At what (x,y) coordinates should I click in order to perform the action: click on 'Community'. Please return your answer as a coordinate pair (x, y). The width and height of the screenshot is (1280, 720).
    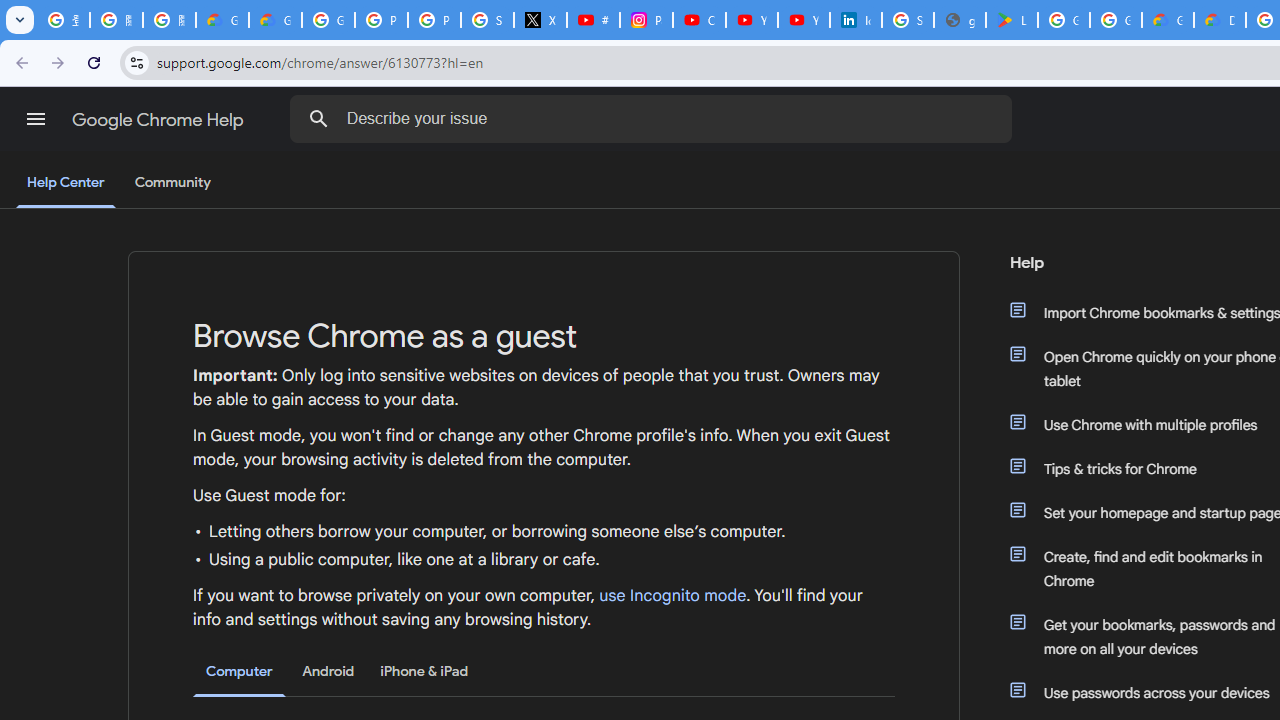
    Looking at the image, I should click on (172, 183).